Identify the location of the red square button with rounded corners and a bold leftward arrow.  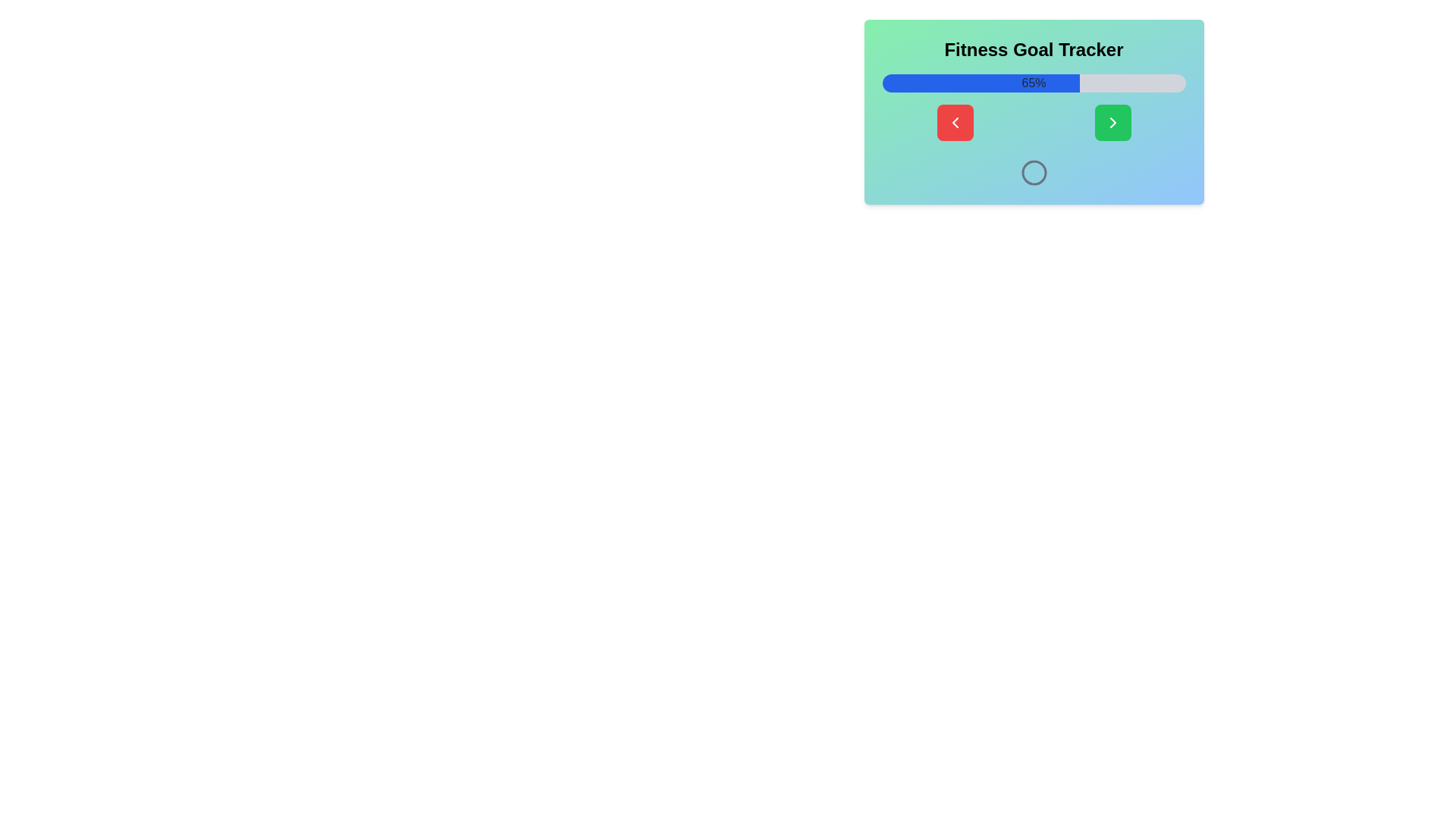
(954, 122).